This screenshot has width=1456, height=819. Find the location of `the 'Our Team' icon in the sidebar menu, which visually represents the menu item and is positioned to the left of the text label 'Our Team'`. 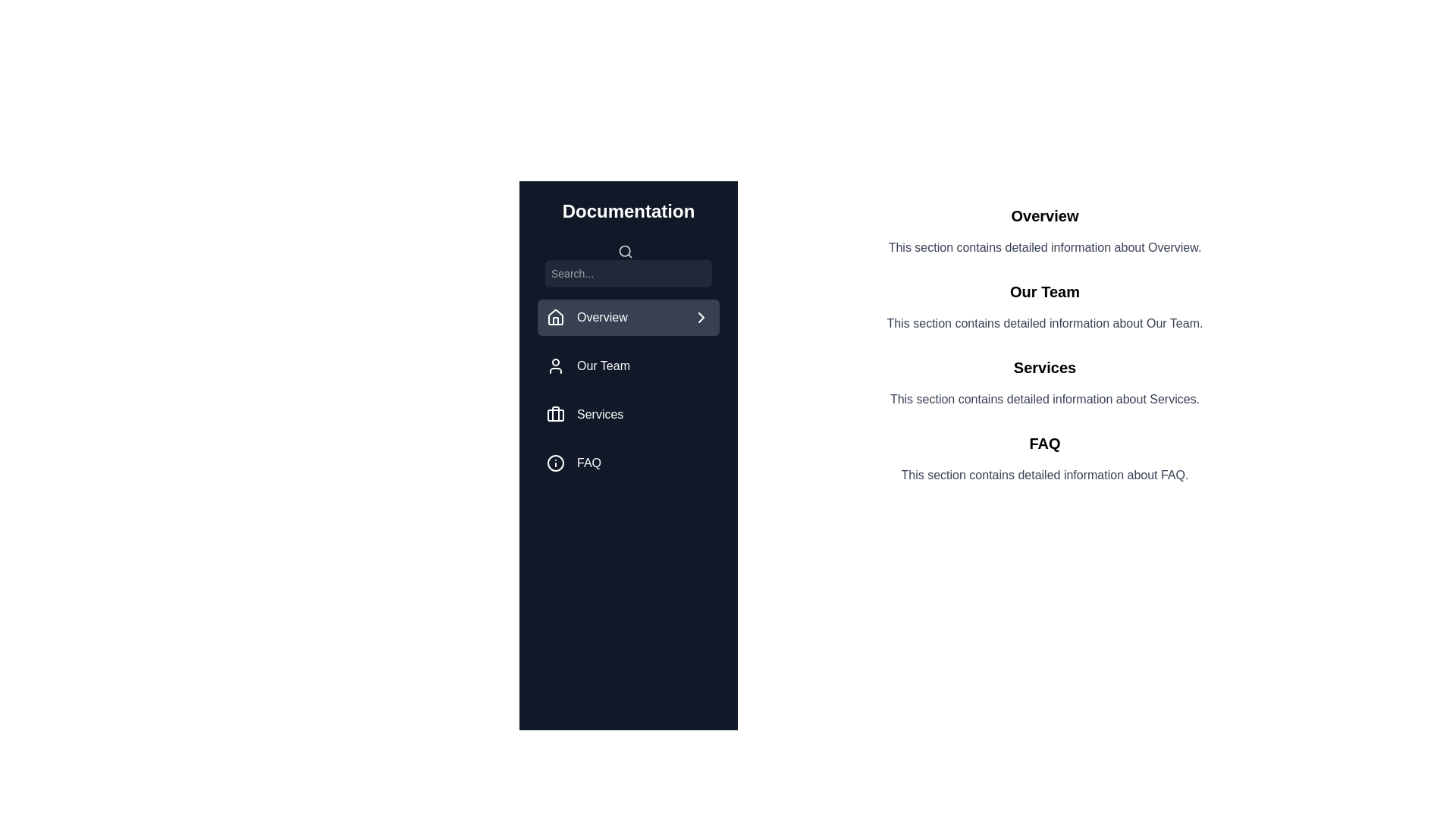

the 'Our Team' icon in the sidebar menu, which visually represents the menu item and is positioned to the left of the text label 'Our Team' is located at coordinates (555, 366).